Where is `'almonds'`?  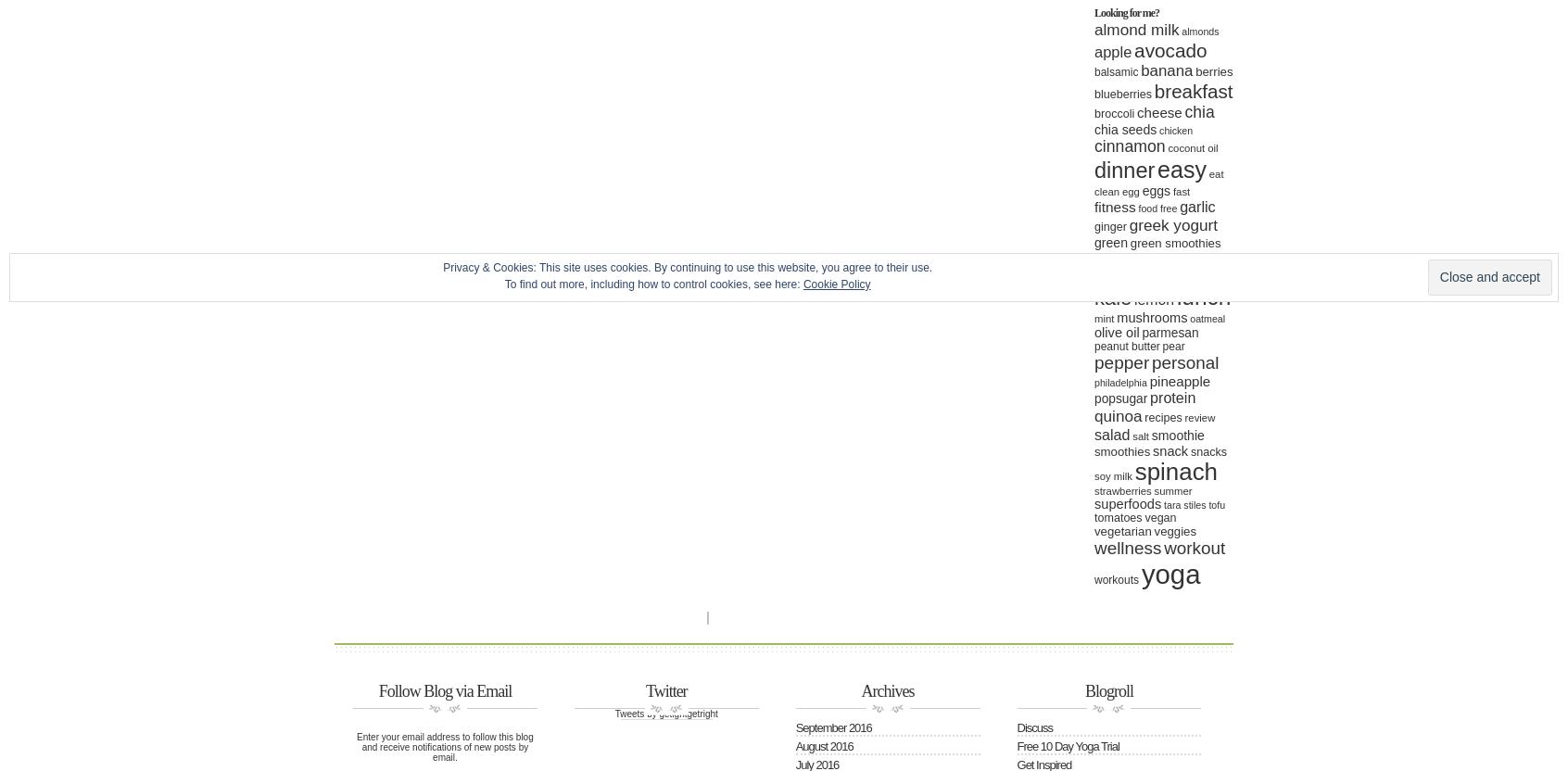
'almonds' is located at coordinates (1180, 32).